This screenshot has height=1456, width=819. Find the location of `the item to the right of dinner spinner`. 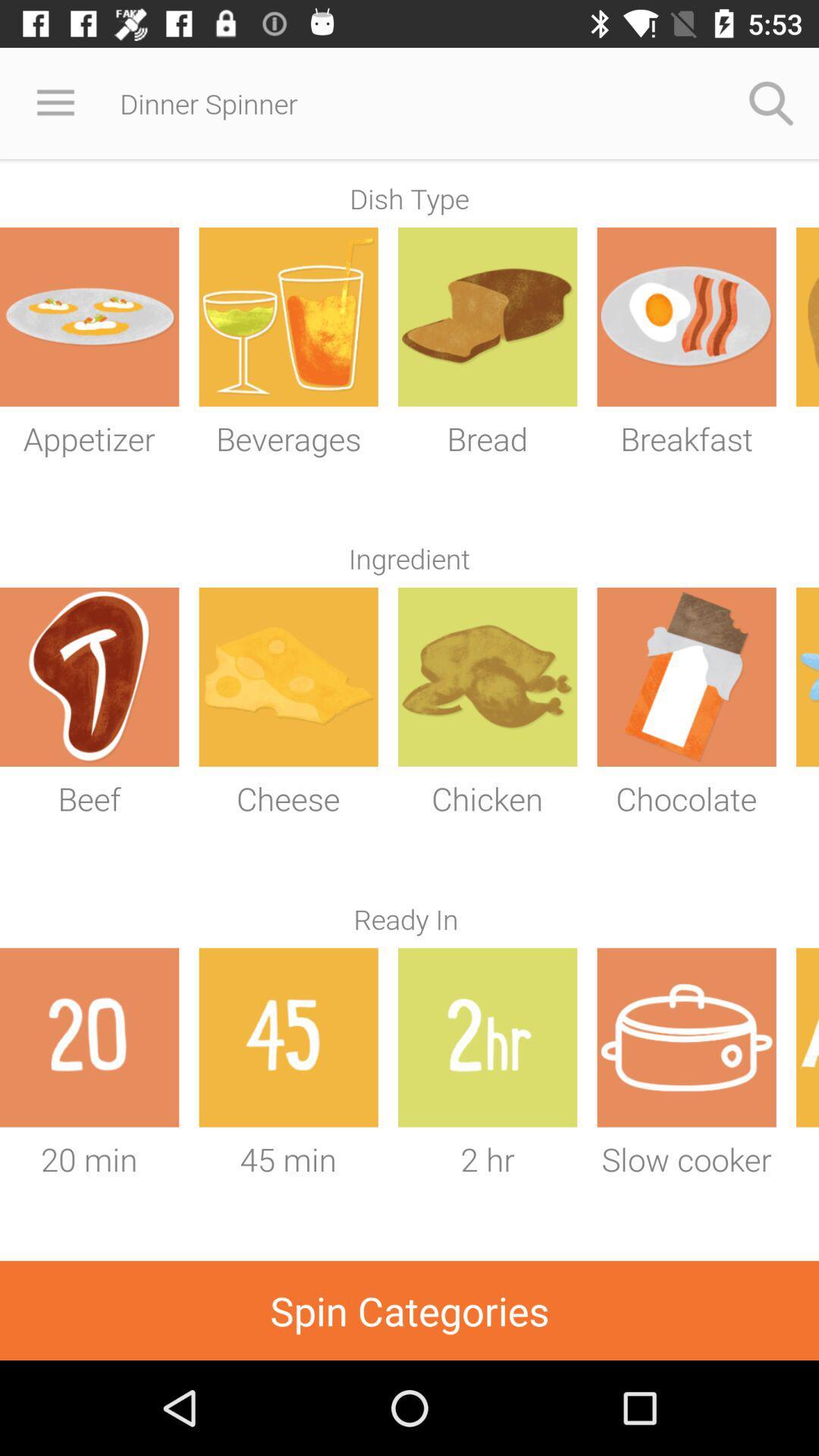

the item to the right of dinner spinner is located at coordinates (771, 102).